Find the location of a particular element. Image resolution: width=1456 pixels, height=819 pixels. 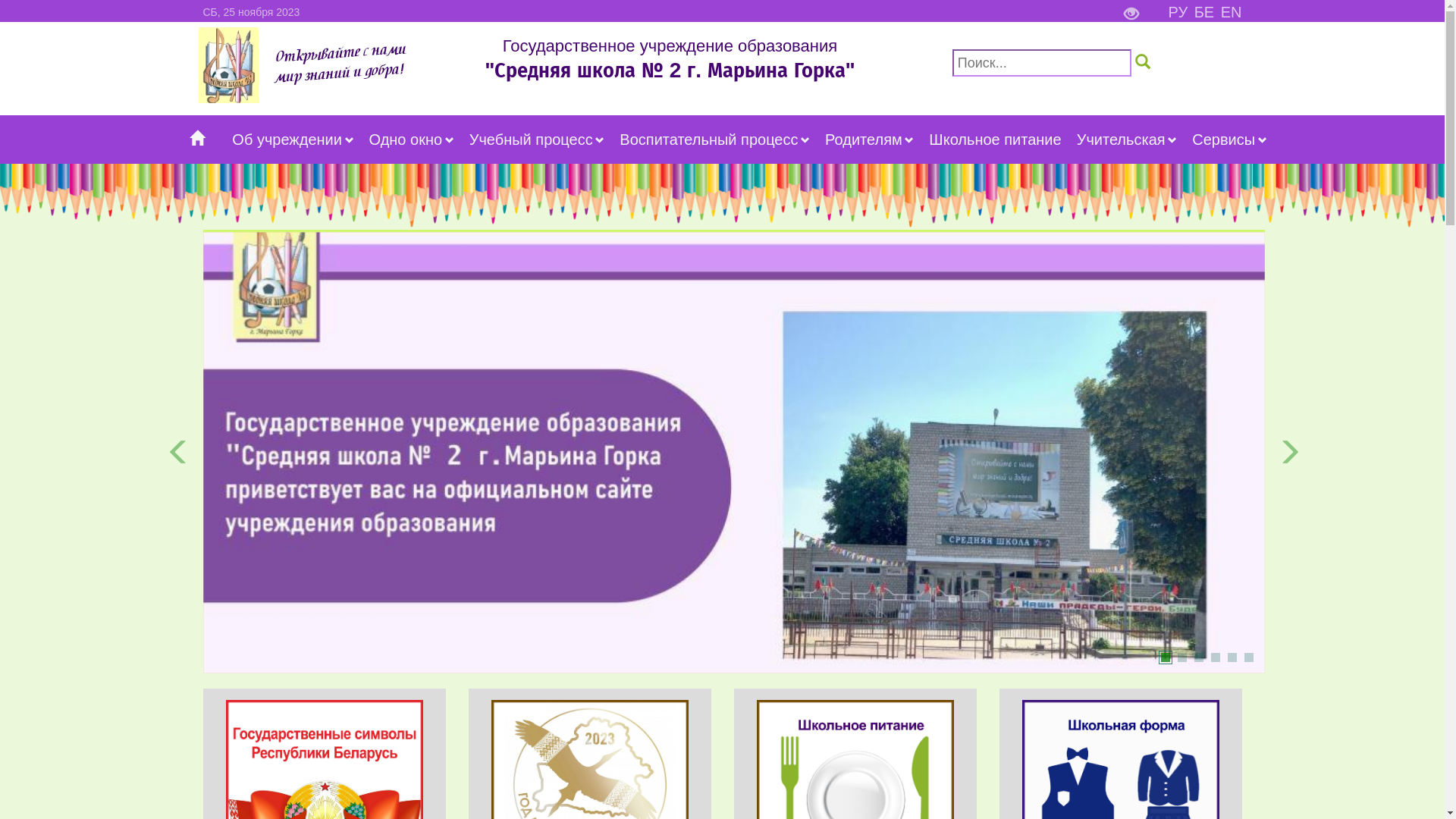

'5' is located at coordinates (1231, 657).